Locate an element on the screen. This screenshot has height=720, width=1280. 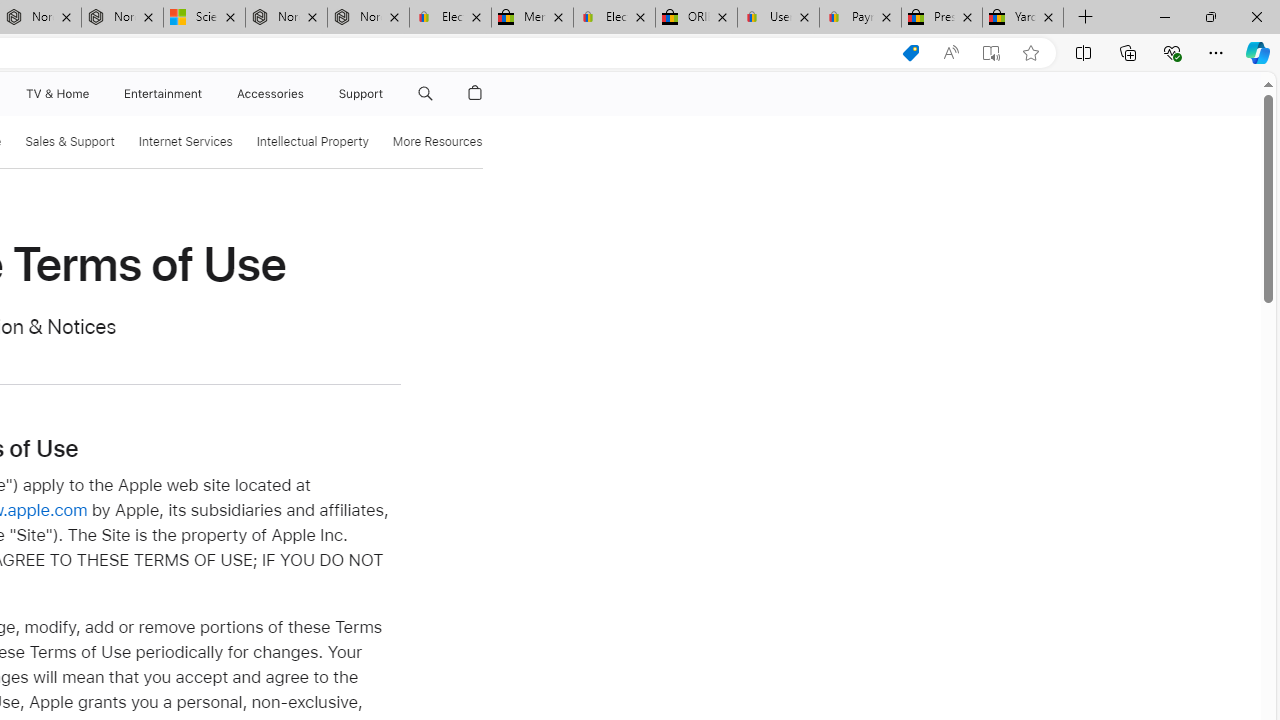
'AutomationID: globalnav-bag' is located at coordinates (474, 93).